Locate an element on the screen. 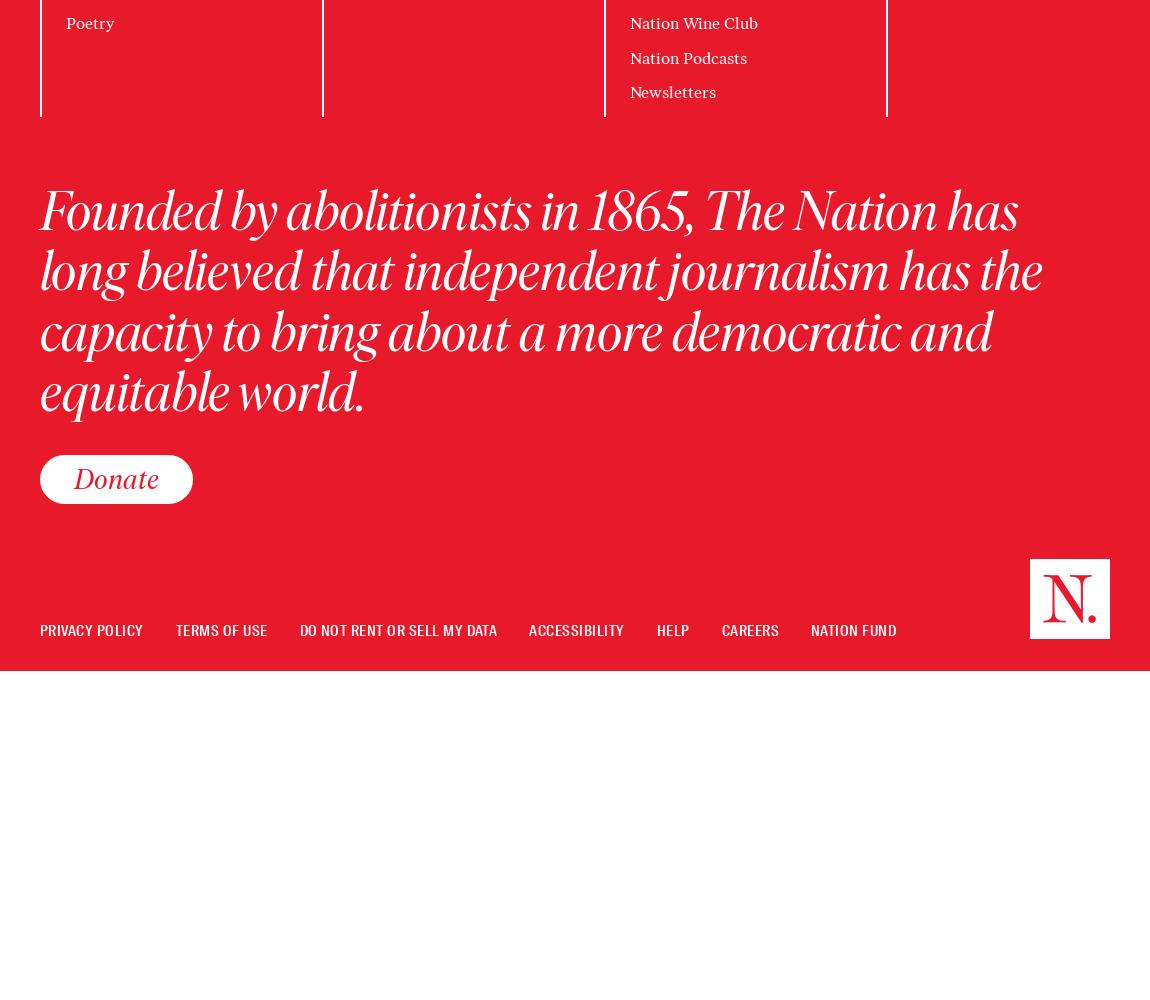 This screenshot has width=1150, height=1000. 'Nation Wine Club' is located at coordinates (693, 23).